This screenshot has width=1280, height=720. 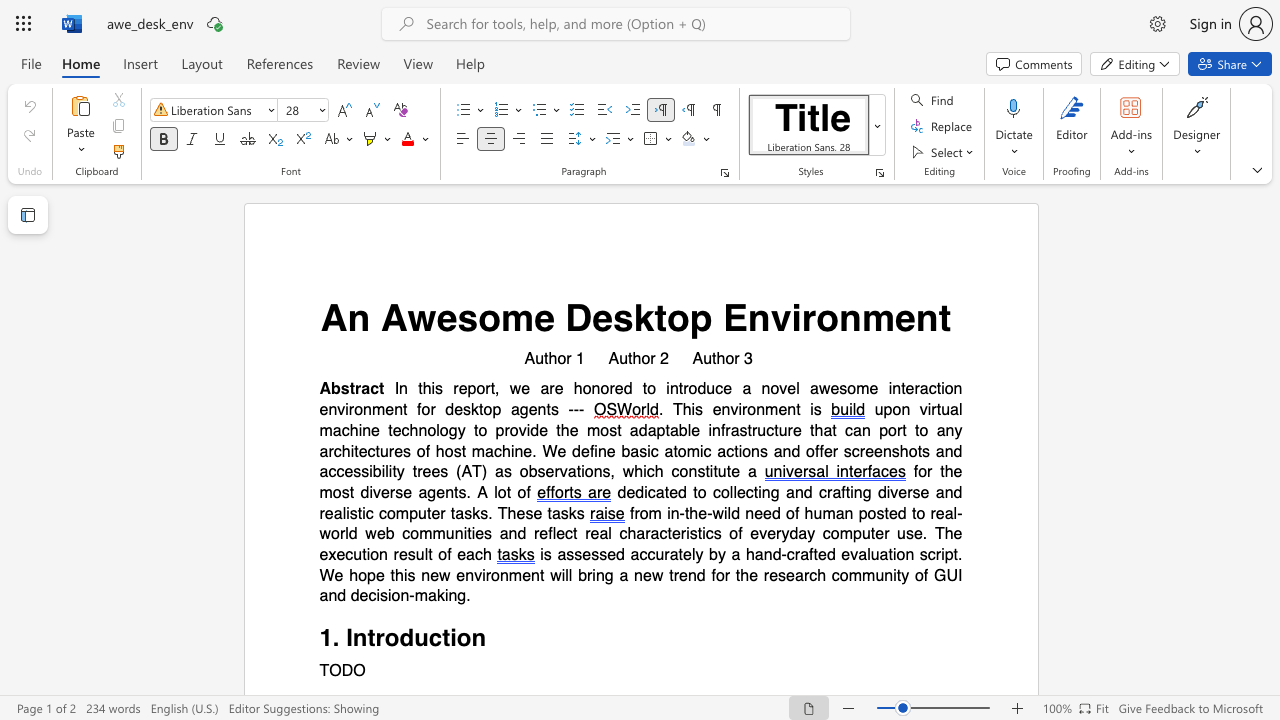 What do you see at coordinates (622, 533) in the screenshot?
I see `the 3th character "c" in the text` at bounding box center [622, 533].